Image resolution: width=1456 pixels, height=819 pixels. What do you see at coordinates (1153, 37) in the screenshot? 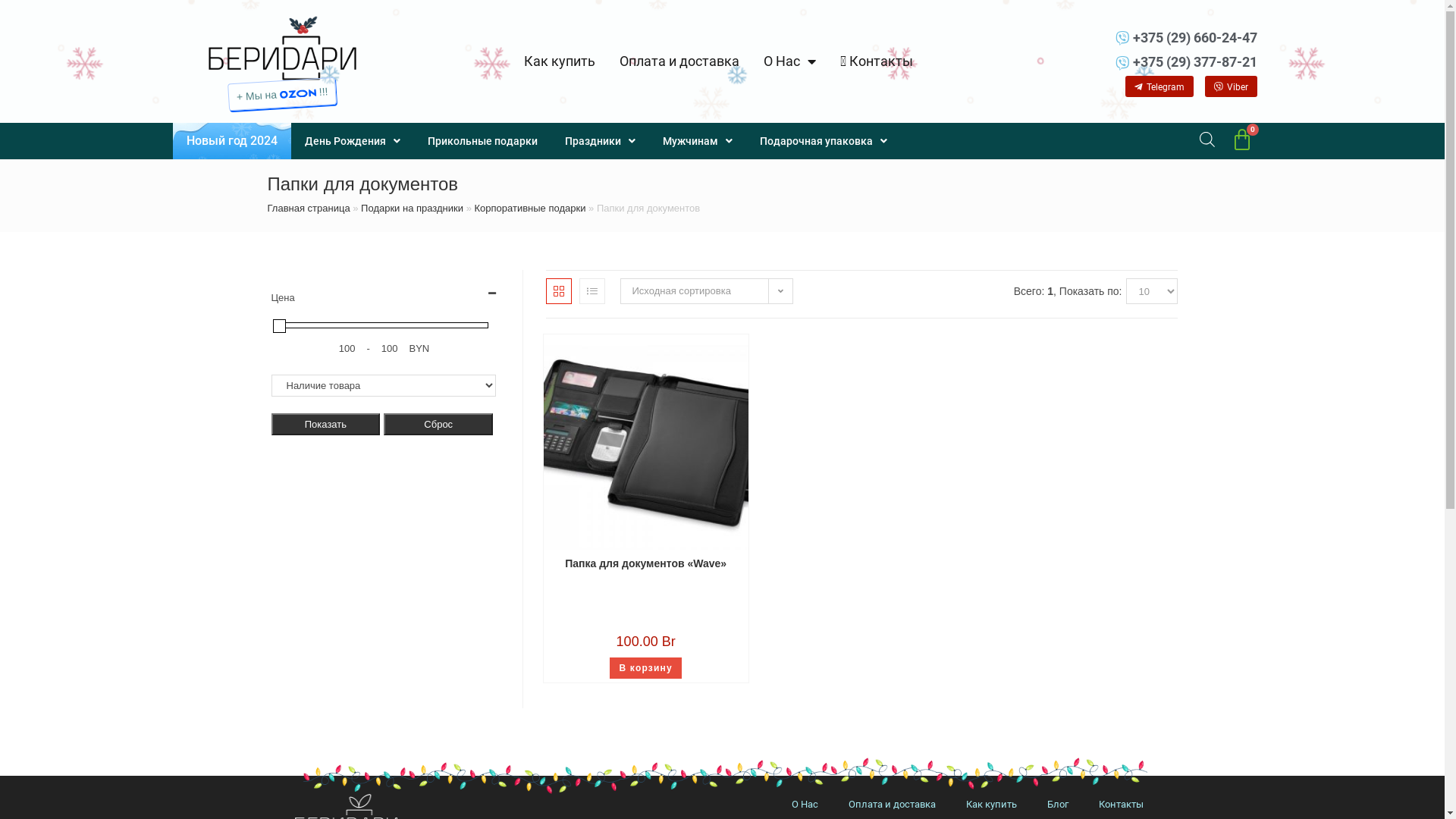
I see `'+375 (29) 660-24-47'` at bounding box center [1153, 37].